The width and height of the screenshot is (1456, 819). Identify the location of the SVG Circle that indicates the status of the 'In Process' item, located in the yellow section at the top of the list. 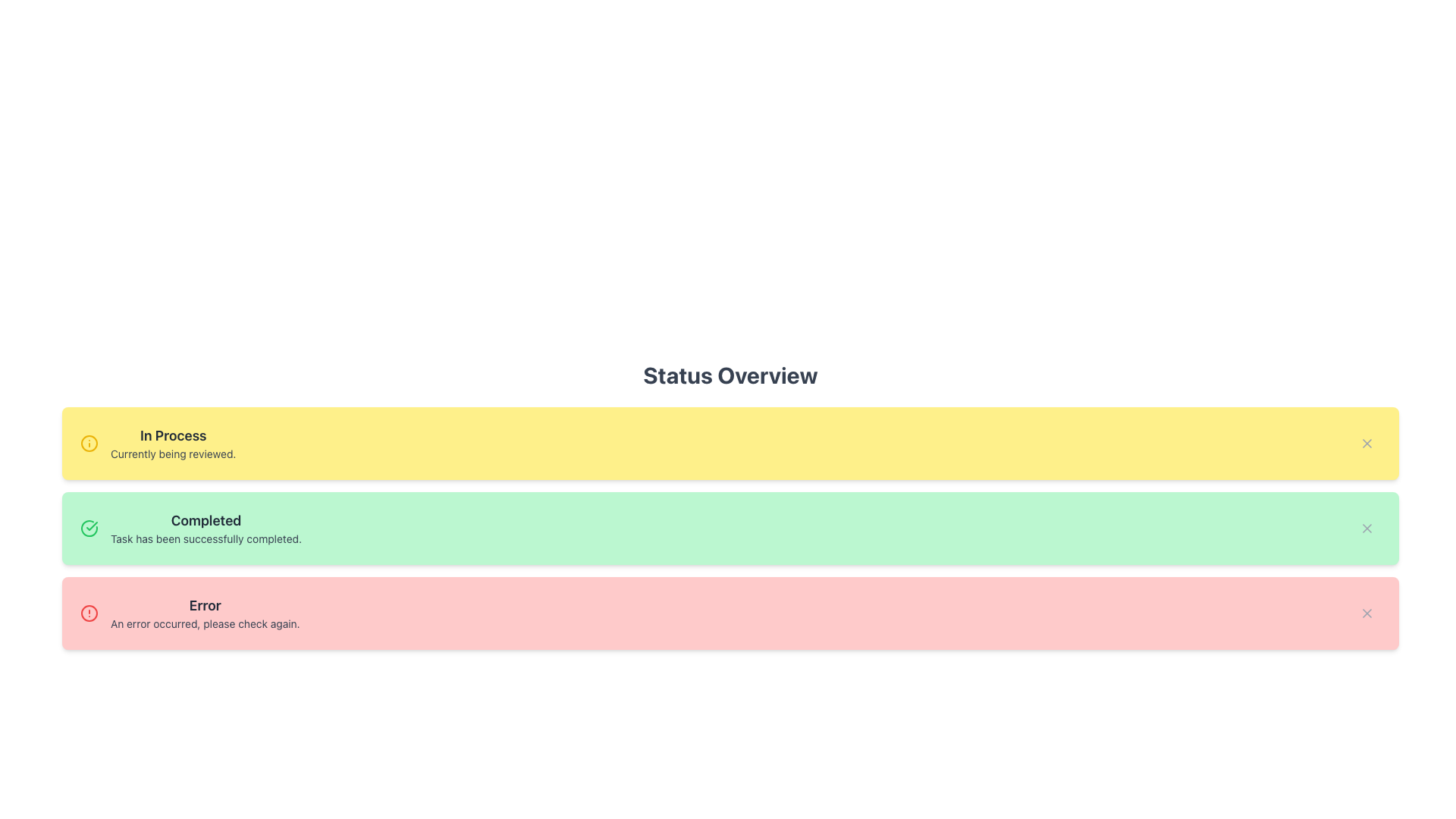
(89, 444).